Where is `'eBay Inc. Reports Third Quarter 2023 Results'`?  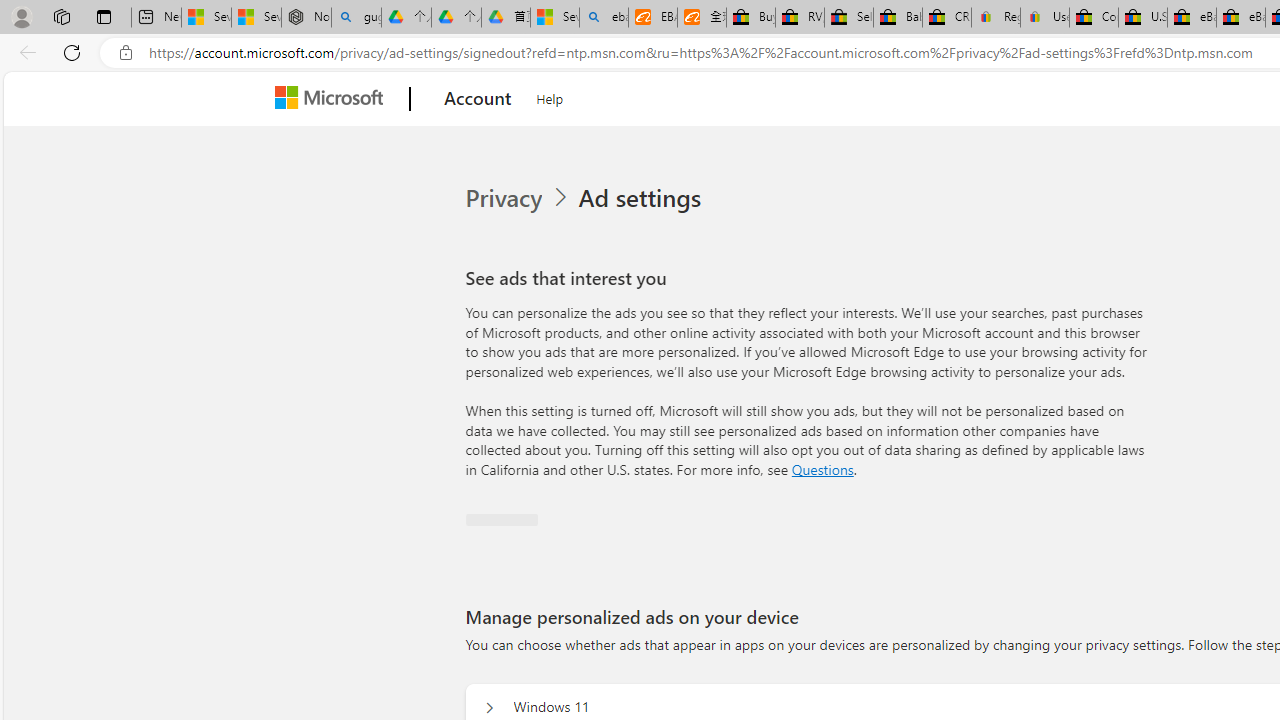
'eBay Inc. Reports Third Quarter 2023 Results' is located at coordinates (1239, 17).